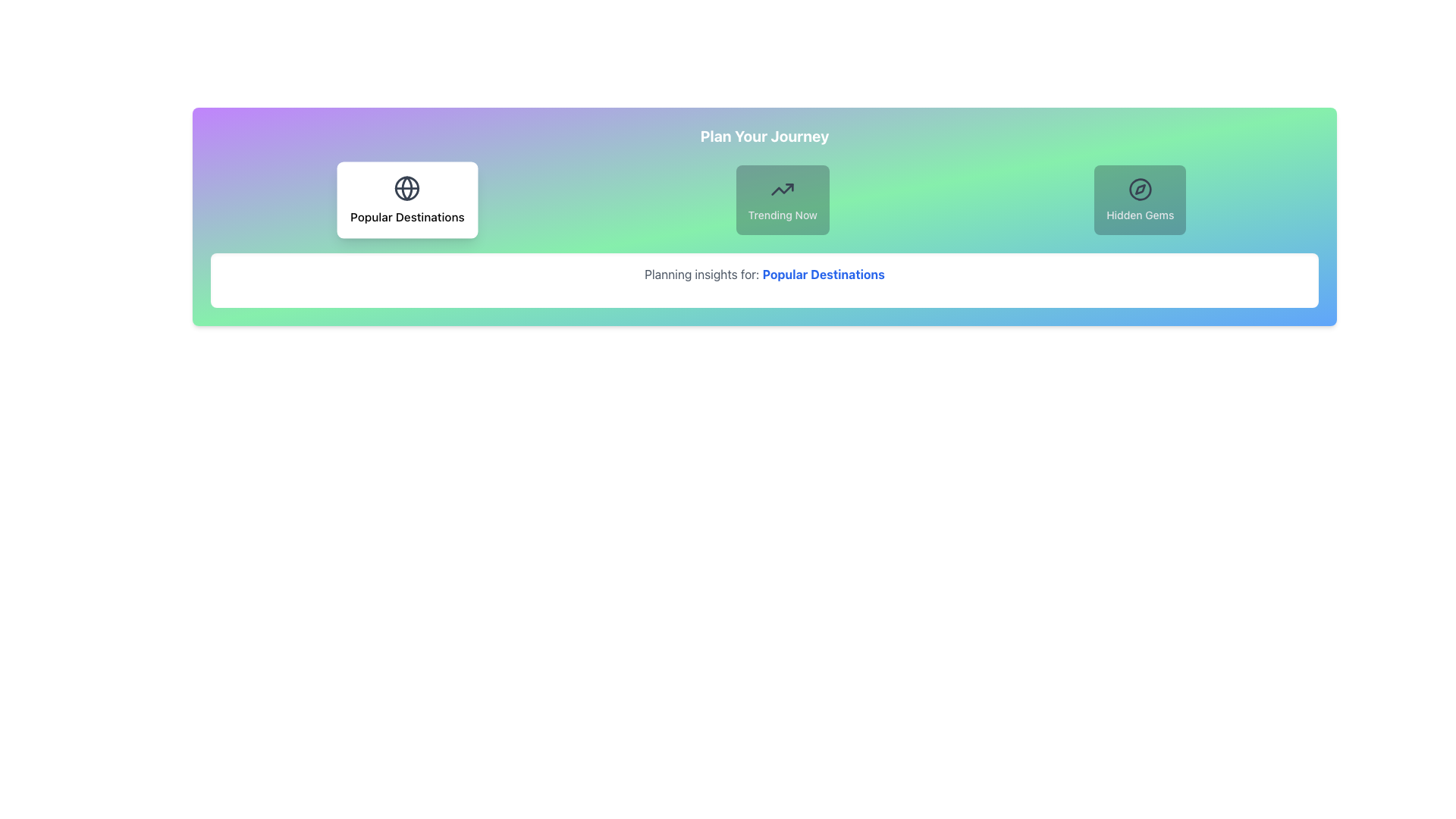 Image resolution: width=1456 pixels, height=819 pixels. What do you see at coordinates (783, 189) in the screenshot?
I see `the upwards-trending chart icon located in the green rectangular section labeled 'Trending Now', which is the second option in a three-option layout` at bounding box center [783, 189].